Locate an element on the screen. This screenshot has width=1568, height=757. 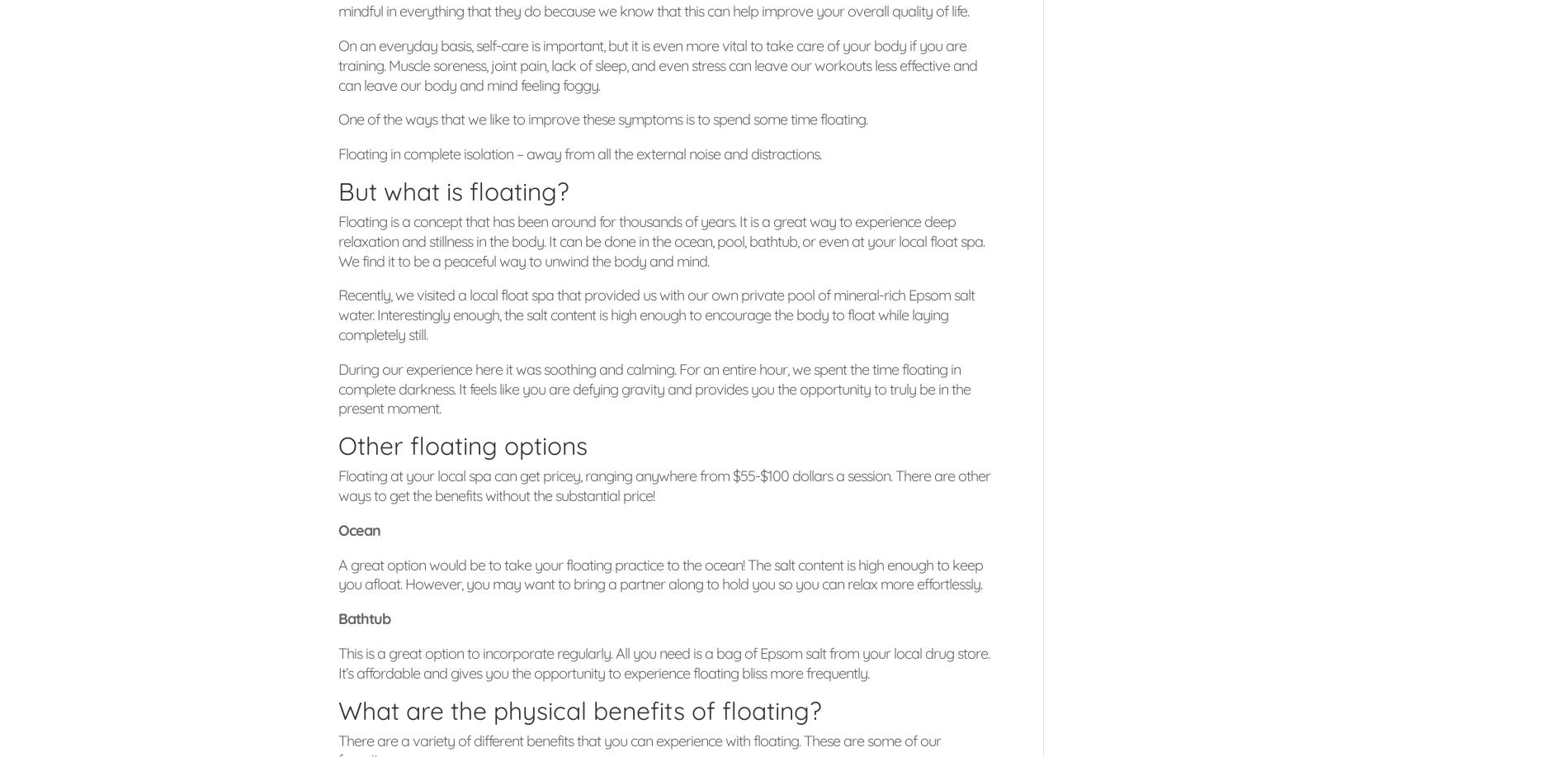
'Other floating options' is located at coordinates (463, 446).